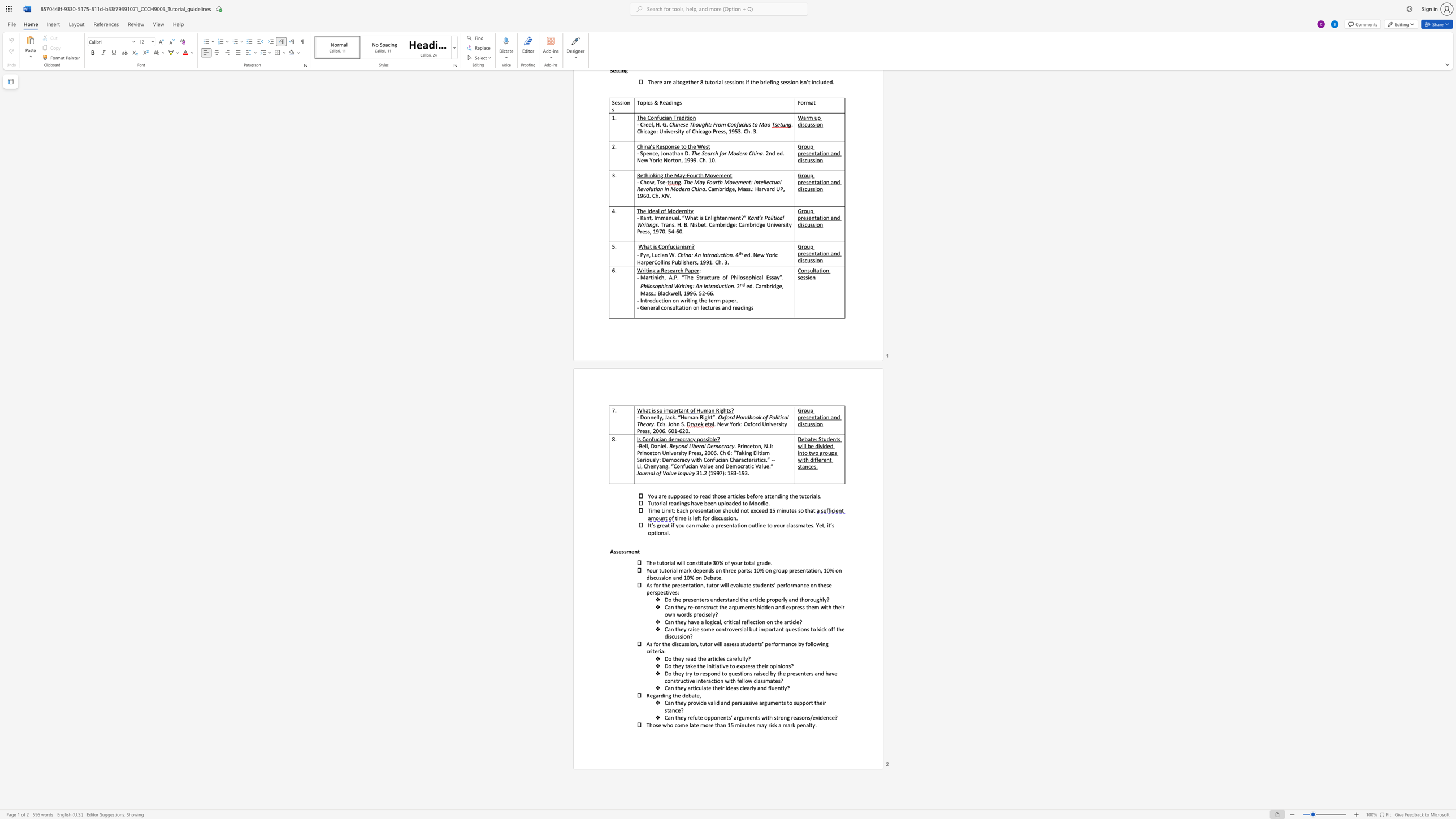 The image size is (1456, 819). Describe the element at coordinates (781, 702) in the screenshot. I see `the subset text "ts to support their stance?" within the text "Can they provide valid and persuasive arguments to support their stance?"` at that location.